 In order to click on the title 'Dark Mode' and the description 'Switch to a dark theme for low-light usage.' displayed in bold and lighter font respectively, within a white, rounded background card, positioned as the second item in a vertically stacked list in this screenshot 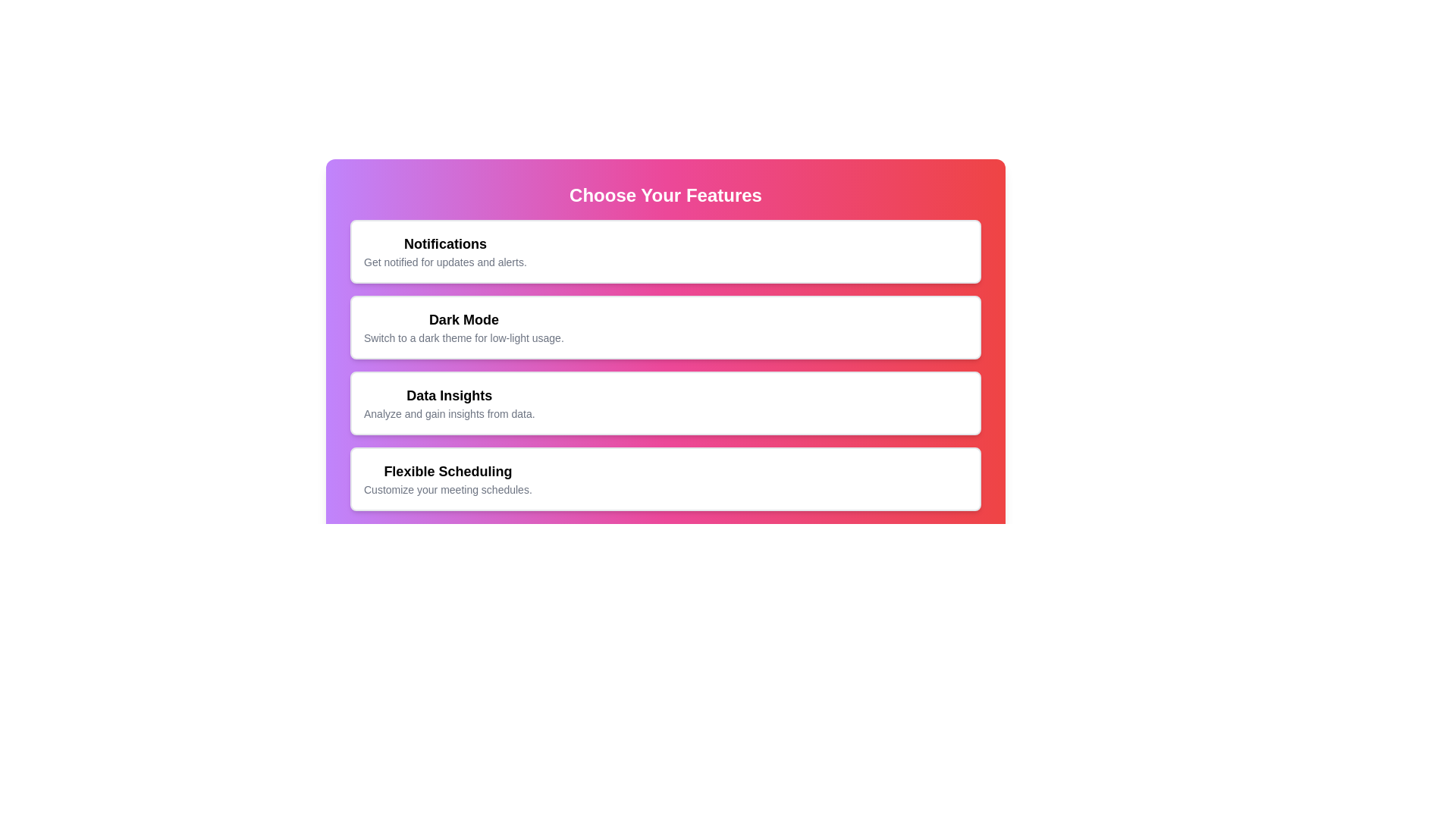, I will do `click(463, 327)`.